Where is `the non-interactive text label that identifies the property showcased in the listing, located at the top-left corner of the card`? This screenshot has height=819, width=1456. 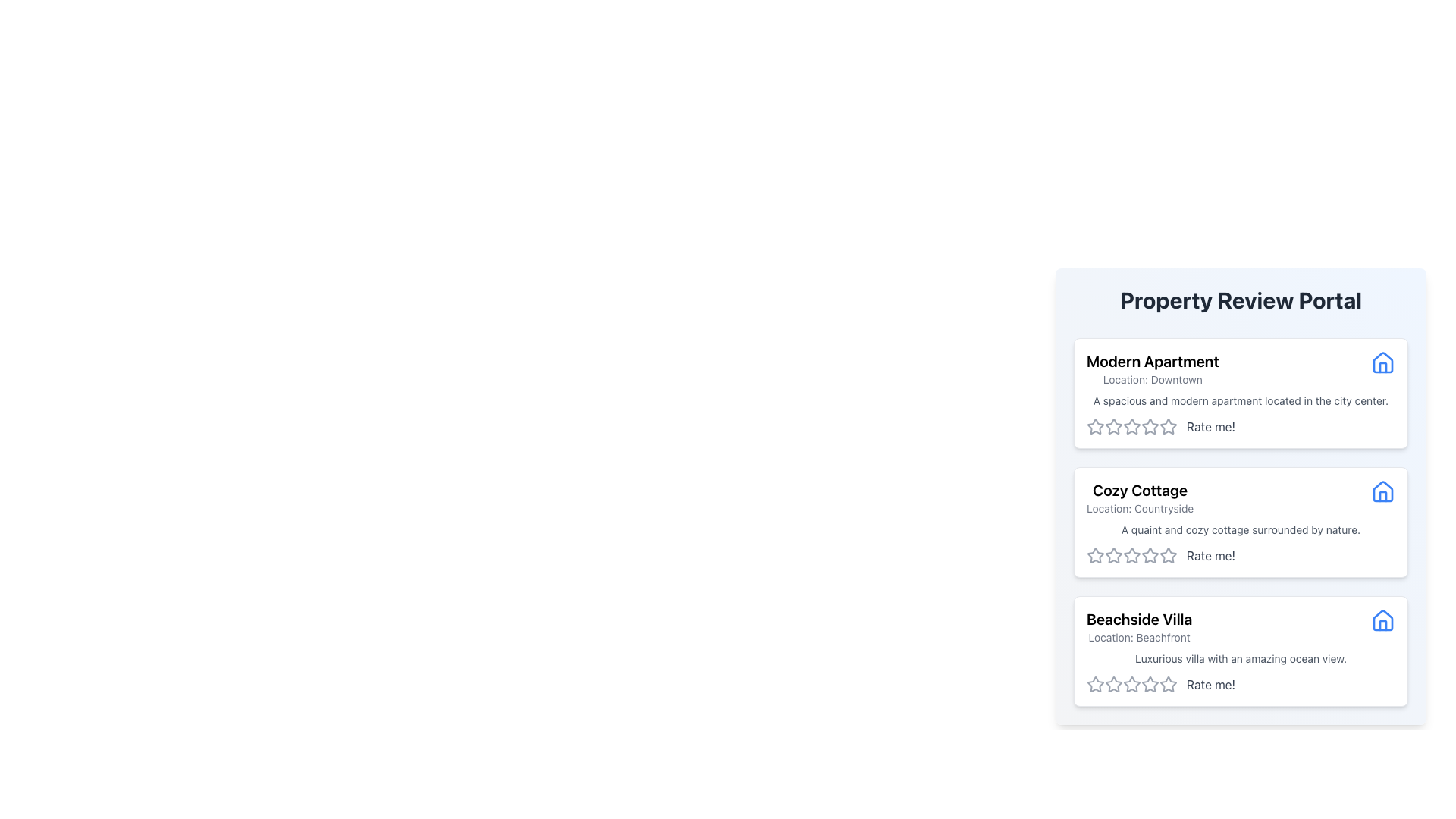
the non-interactive text label that identifies the property showcased in the listing, located at the top-left corner of the card is located at coordinates (1153, 362).